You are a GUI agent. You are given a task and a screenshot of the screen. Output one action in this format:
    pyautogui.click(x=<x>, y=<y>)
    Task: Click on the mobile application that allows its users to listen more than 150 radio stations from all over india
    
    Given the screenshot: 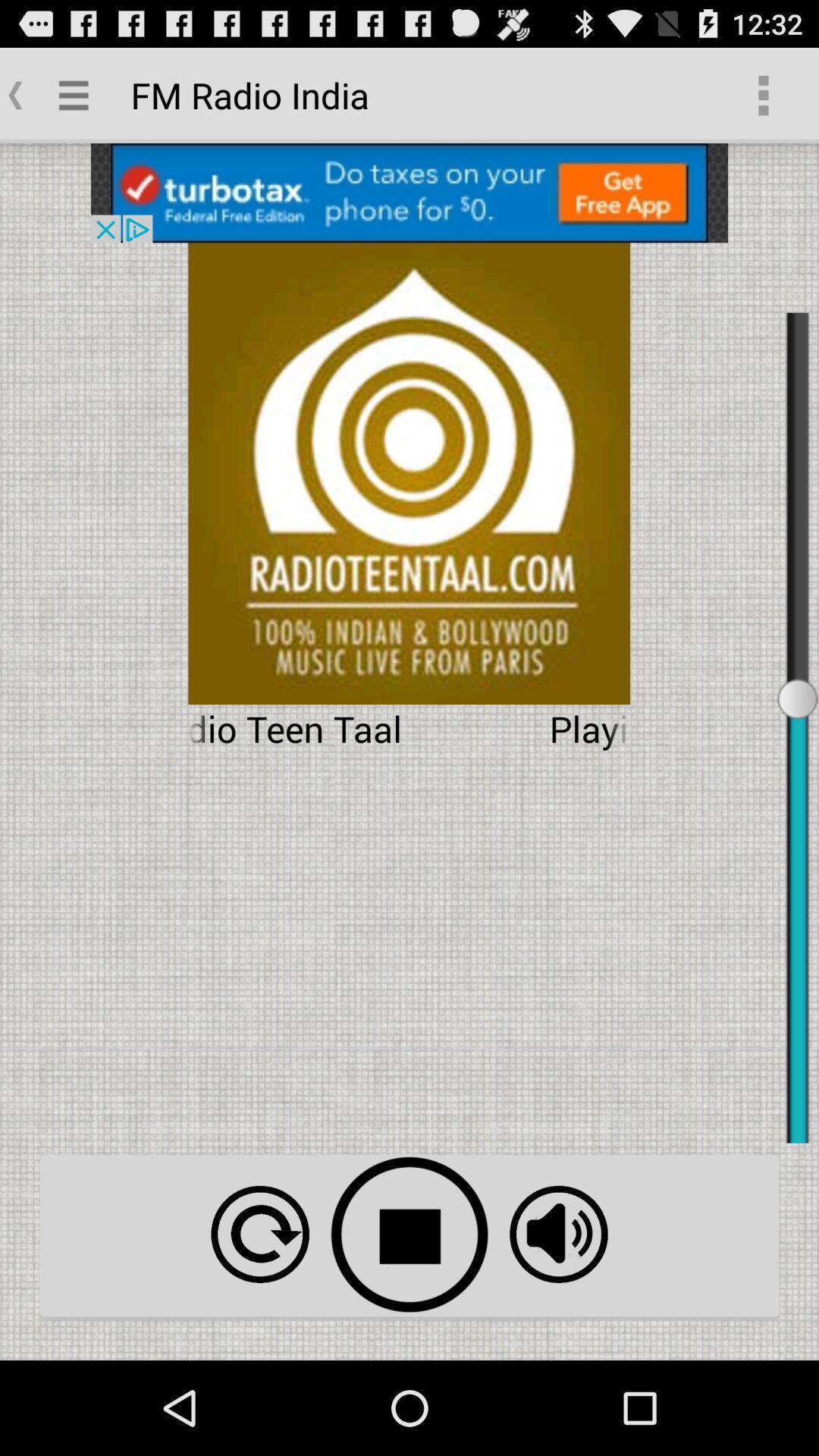 What is the action you would take?
    pyautogui.click(x=558, y=1234)
    